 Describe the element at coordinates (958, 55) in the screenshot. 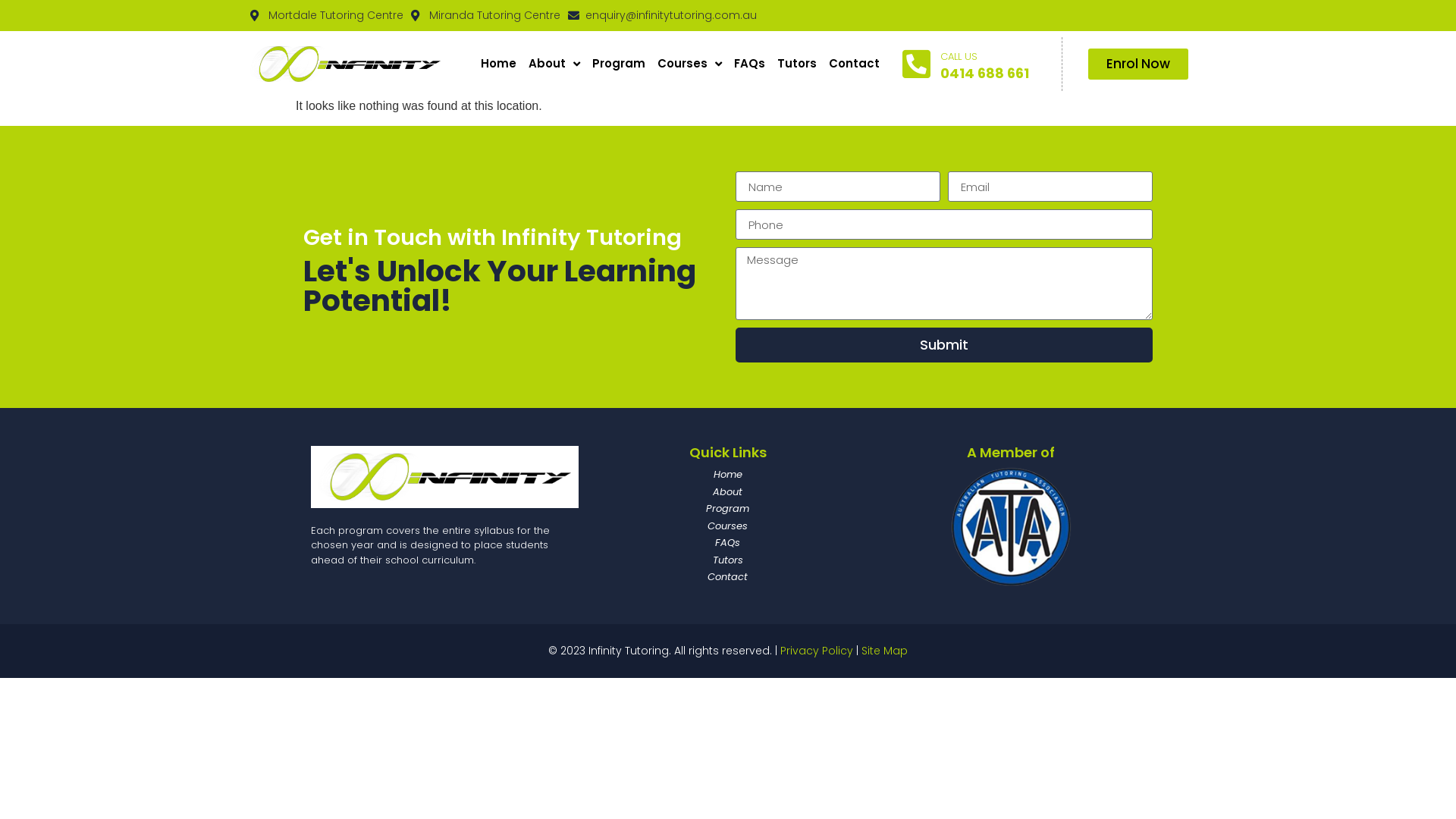

I see `'CALL US'` at that location.